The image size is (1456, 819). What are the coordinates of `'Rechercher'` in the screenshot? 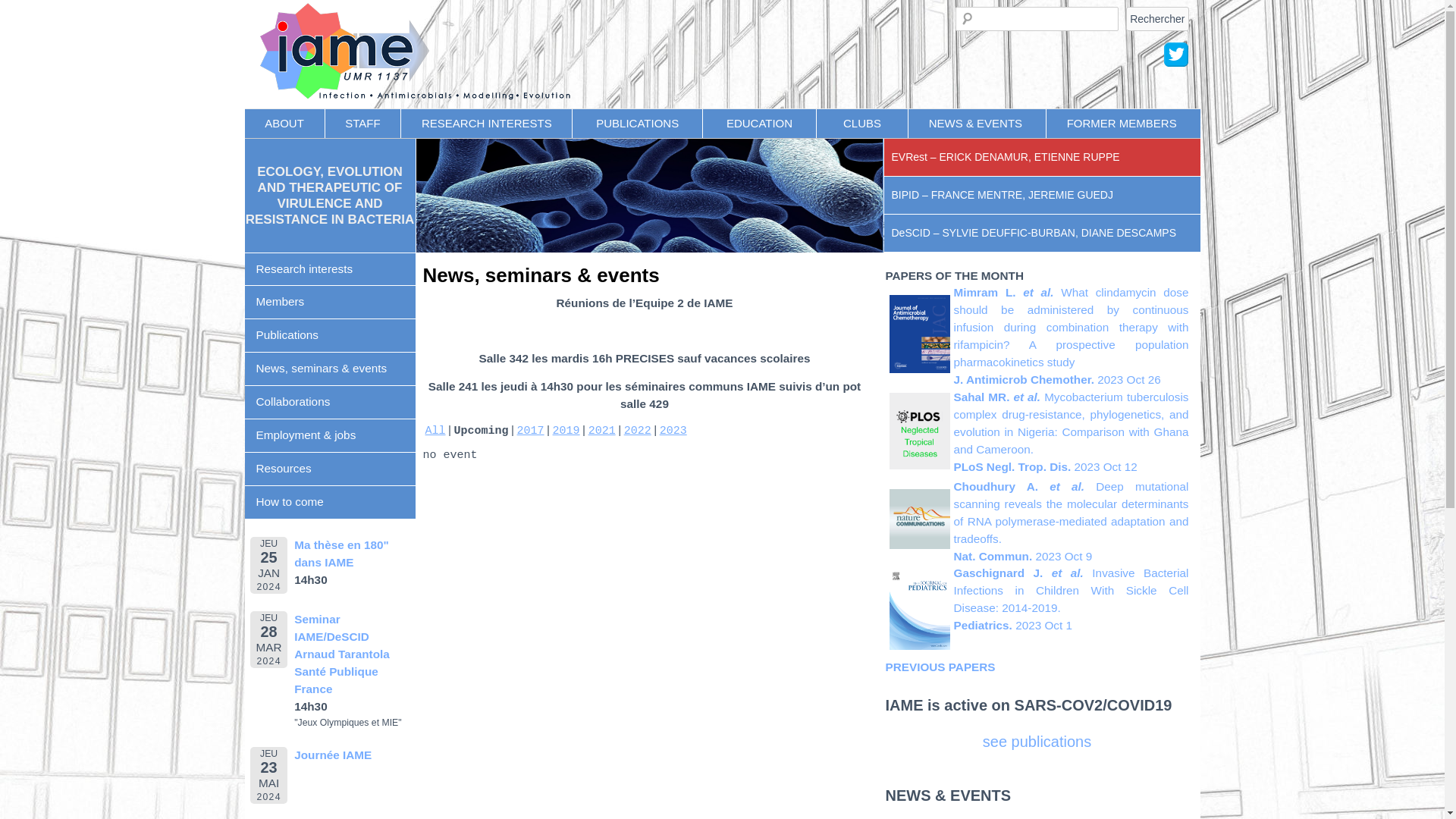 It's located at (1125, 17).